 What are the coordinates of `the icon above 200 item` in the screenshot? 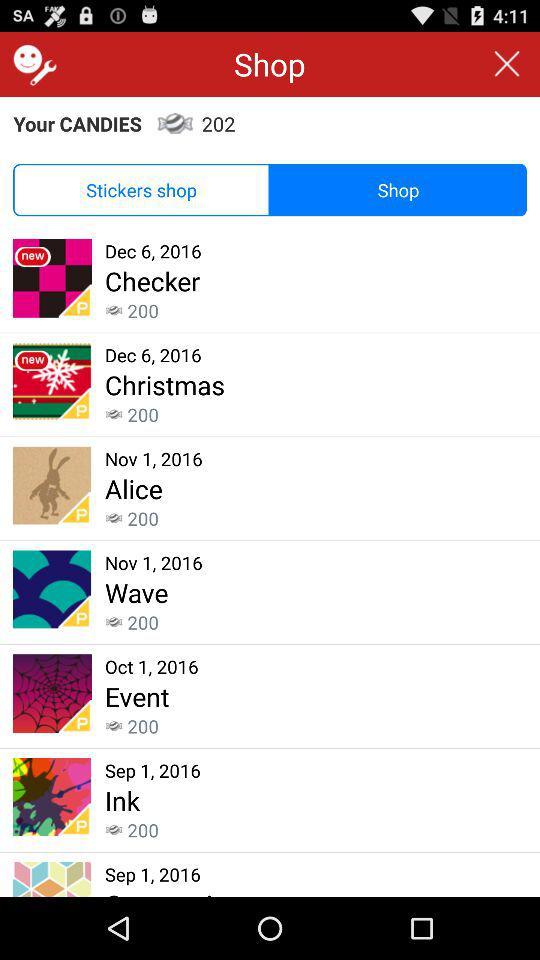 It's located at (164, 383).